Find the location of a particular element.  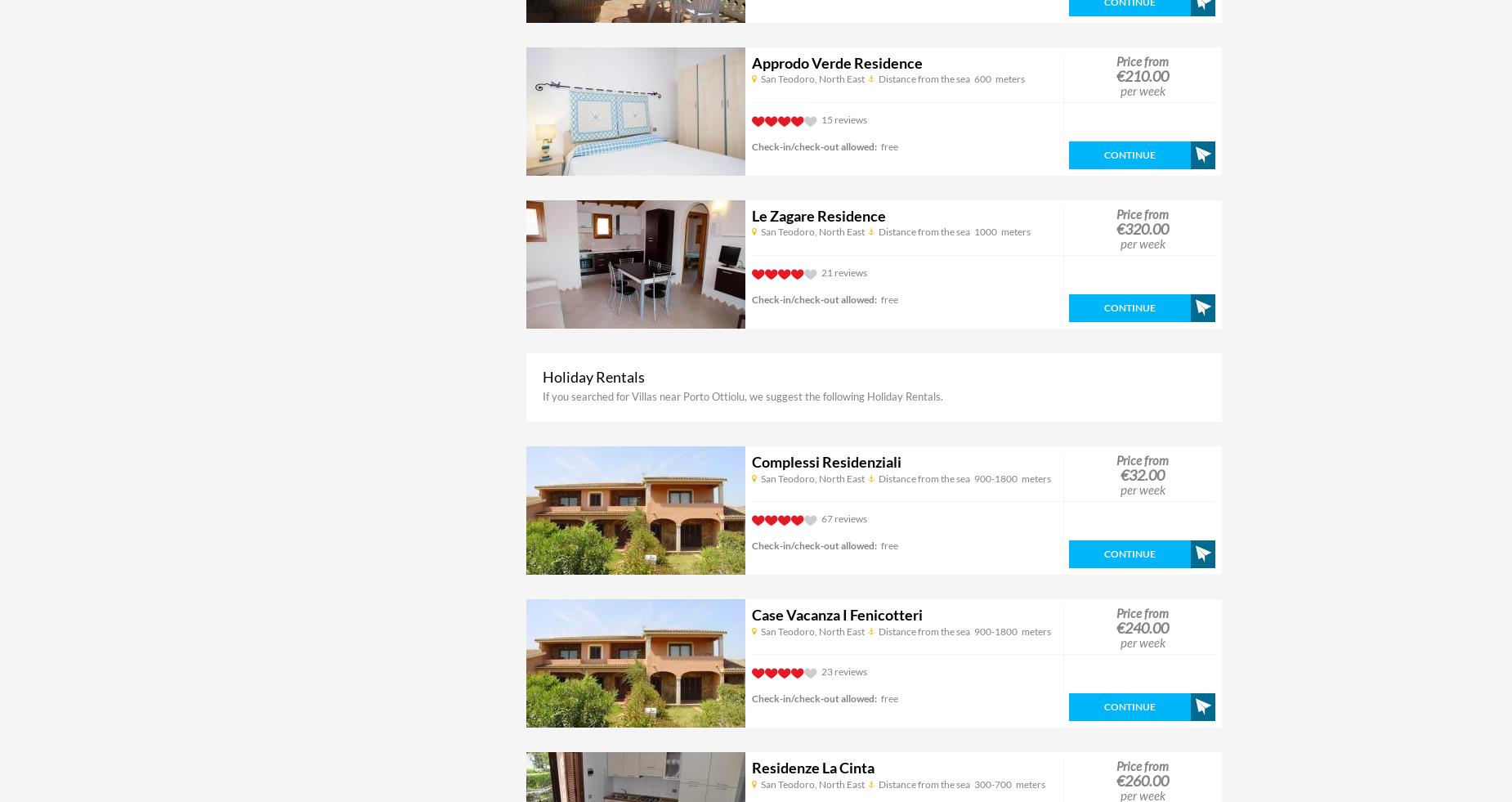

'€32.00' is located at coordinates (1143, 475).